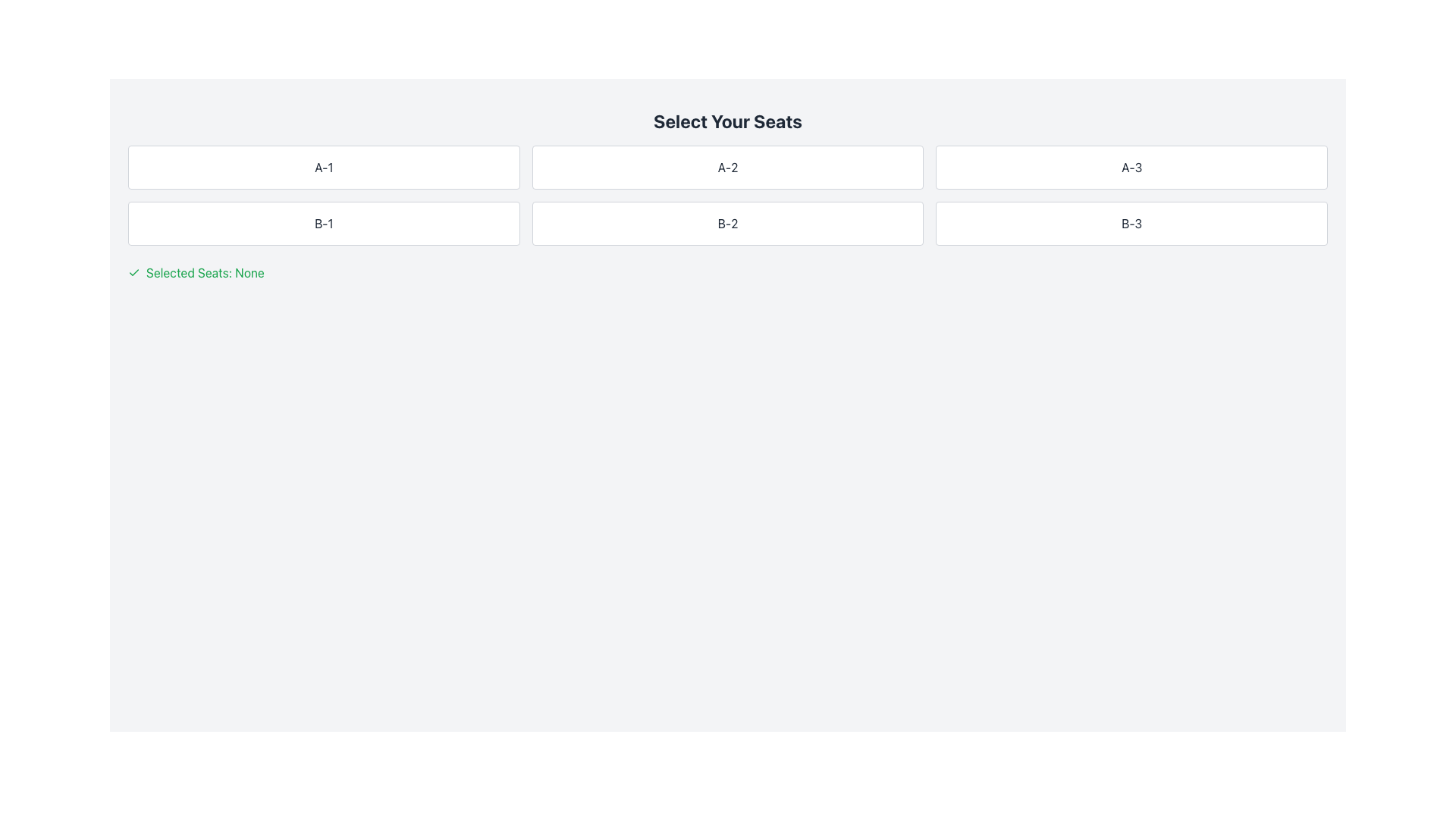 The height and width of the screenshot is (819, 1456). What do you see at coordinates (323, 167) in the screenshot?
I see `the button labeled 'A-1' located in the top-left corner of the grid layout` at bounding box center [323, 167].